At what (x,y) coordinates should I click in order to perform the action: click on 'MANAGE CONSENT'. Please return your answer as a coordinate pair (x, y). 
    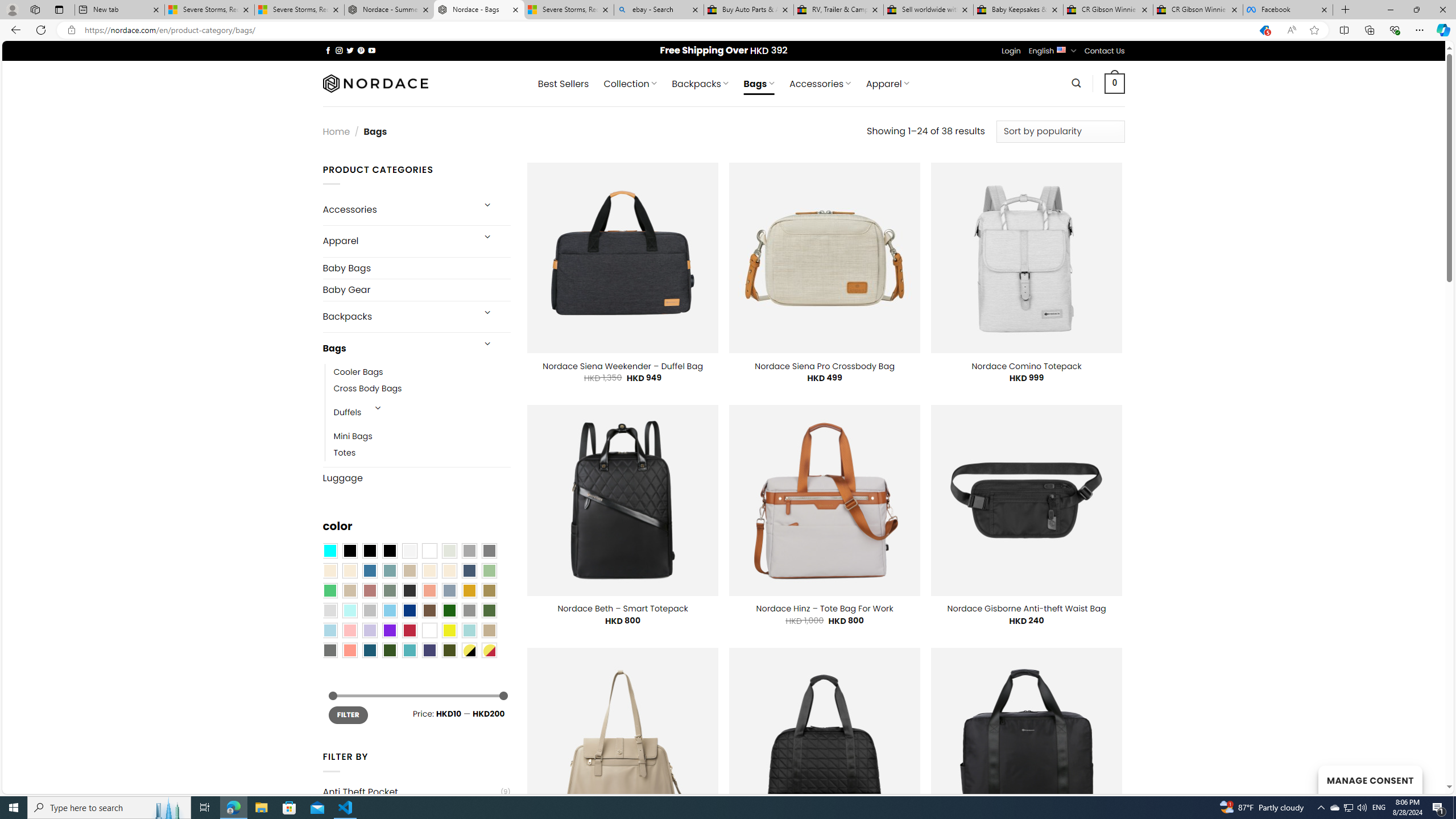
    Looking at the image, I should click on (1370, 779).